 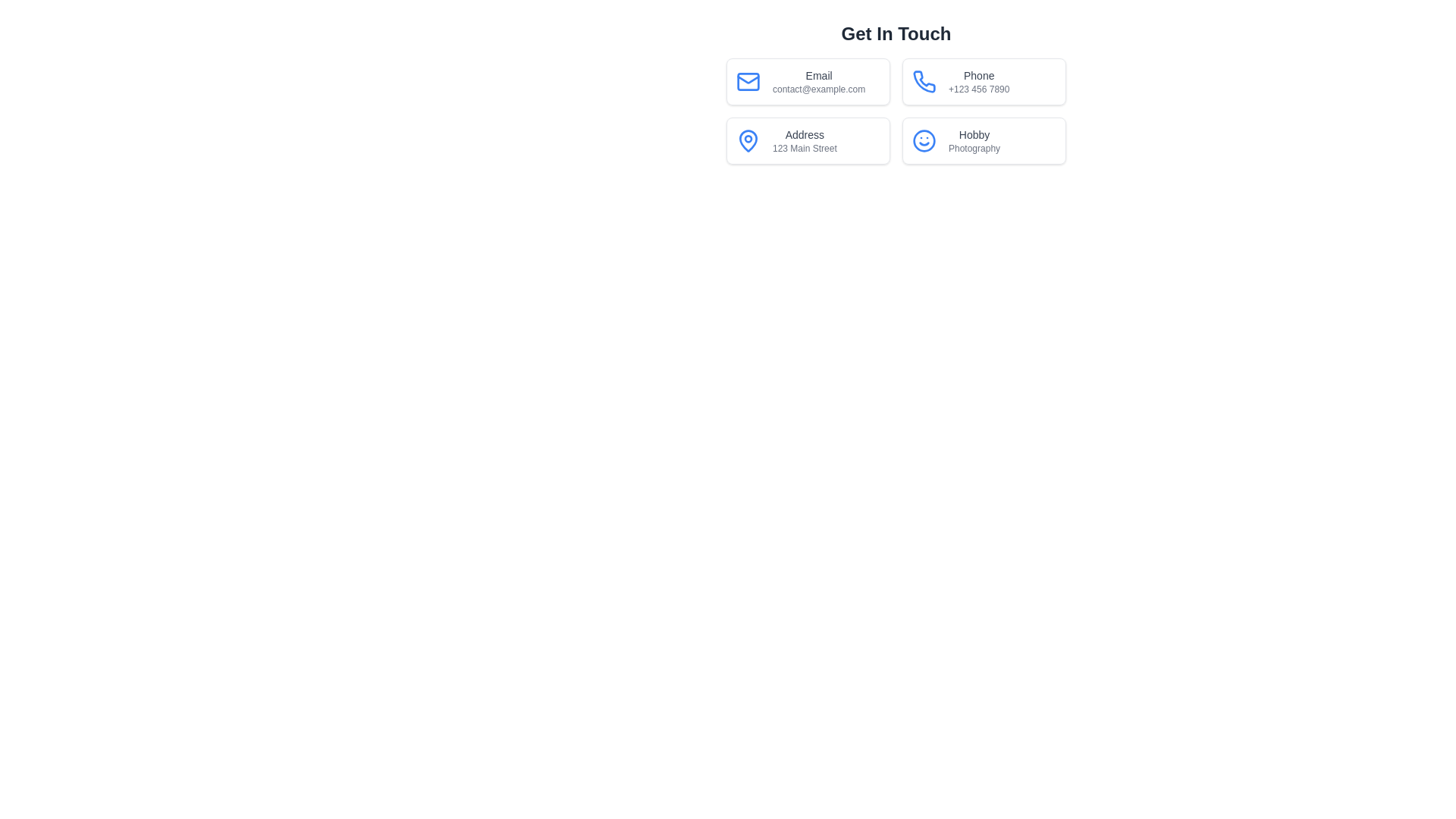 I want to click on the 'Phone' contact method icon located in the second box under the 'Get In Touch' heading, which is positioned at the top right corner of the grid, to the left of the text '+123 456 7890', so click(x=924, y=82).